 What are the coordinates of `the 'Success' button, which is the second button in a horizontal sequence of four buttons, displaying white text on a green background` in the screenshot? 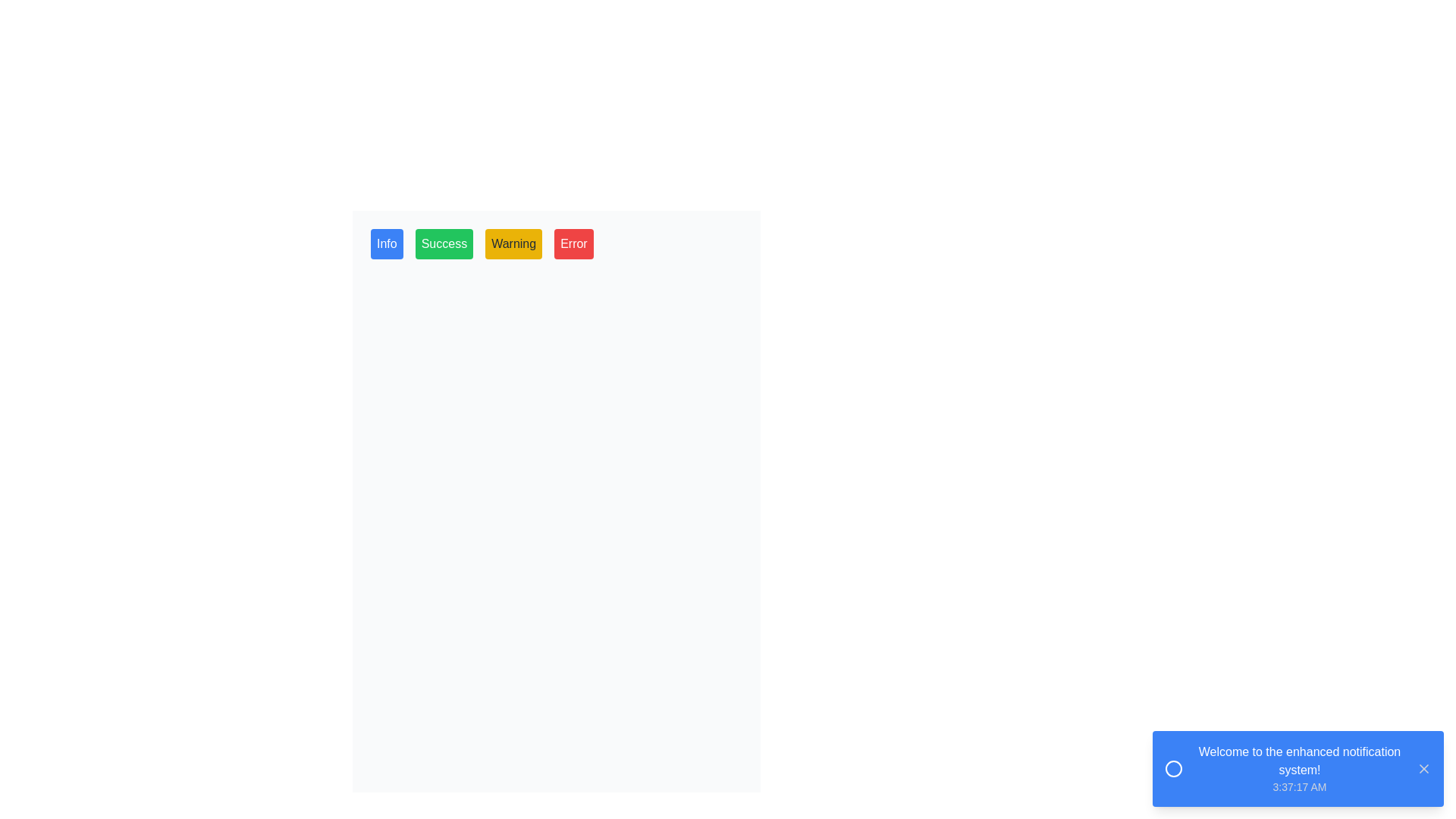 It's located at (443, 243).